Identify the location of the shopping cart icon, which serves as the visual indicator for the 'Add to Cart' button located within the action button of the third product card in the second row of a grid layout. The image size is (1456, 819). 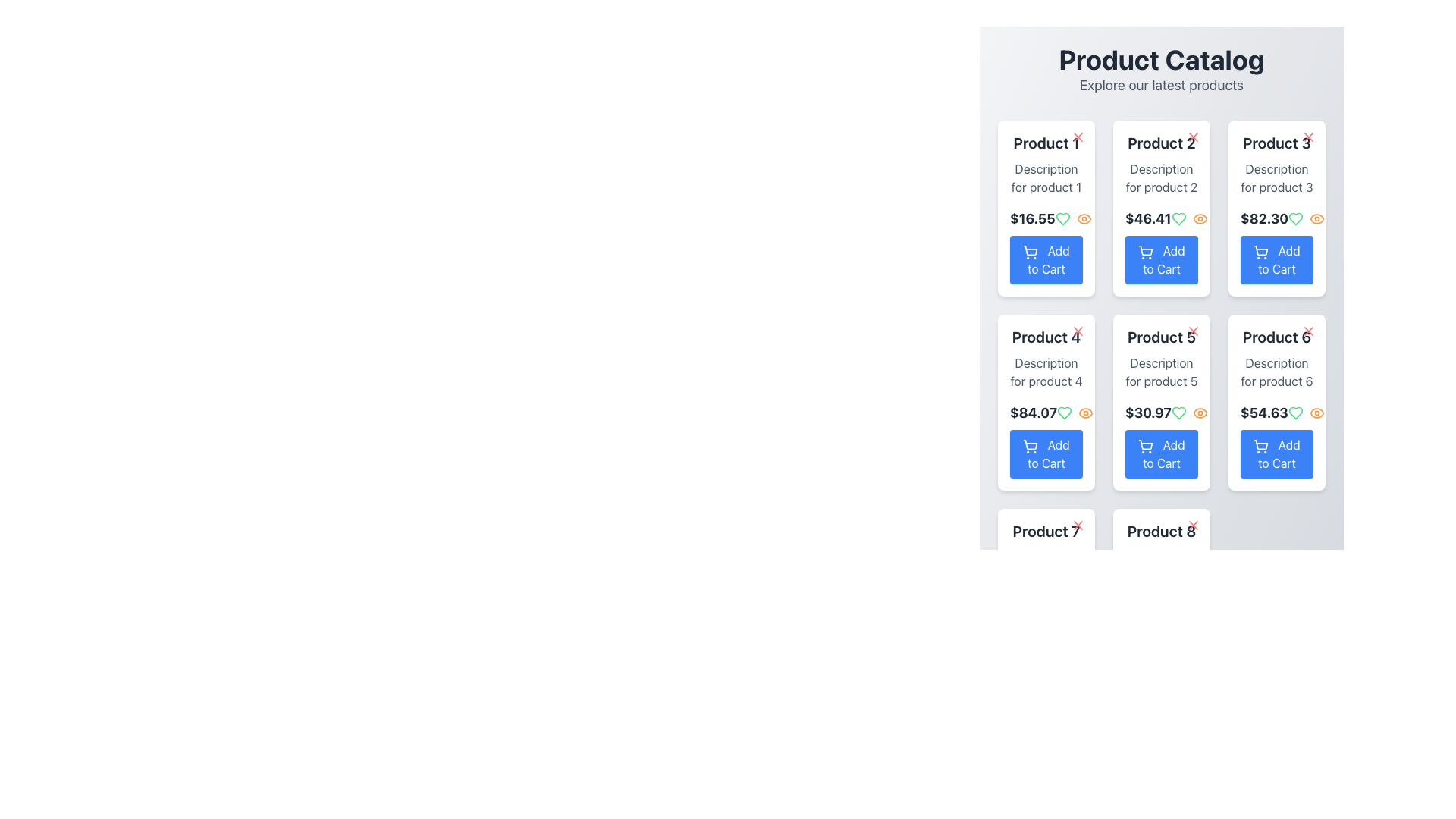
(1261, 444).